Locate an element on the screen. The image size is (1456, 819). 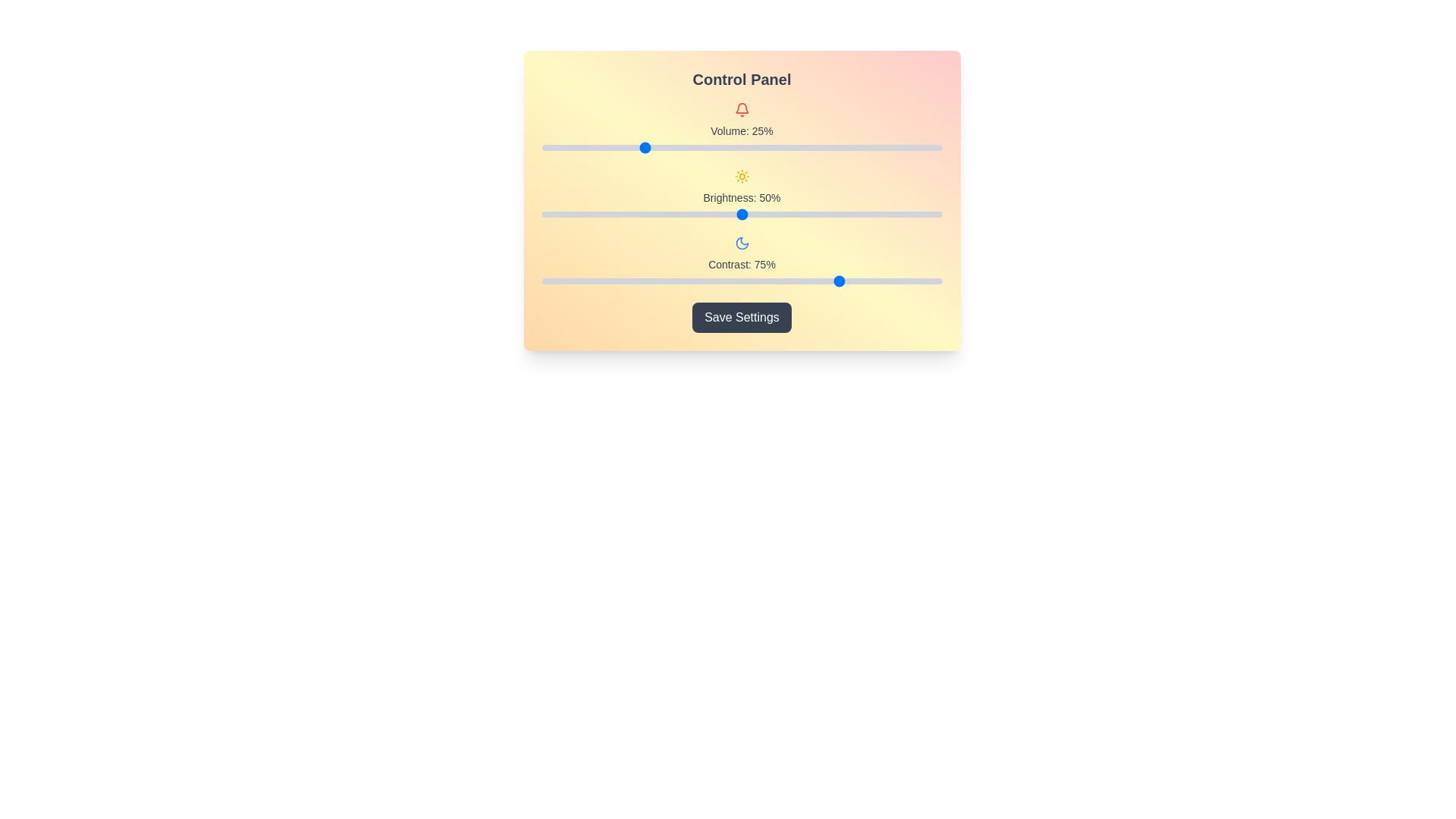
the volume is located at coordinates (906, 148).